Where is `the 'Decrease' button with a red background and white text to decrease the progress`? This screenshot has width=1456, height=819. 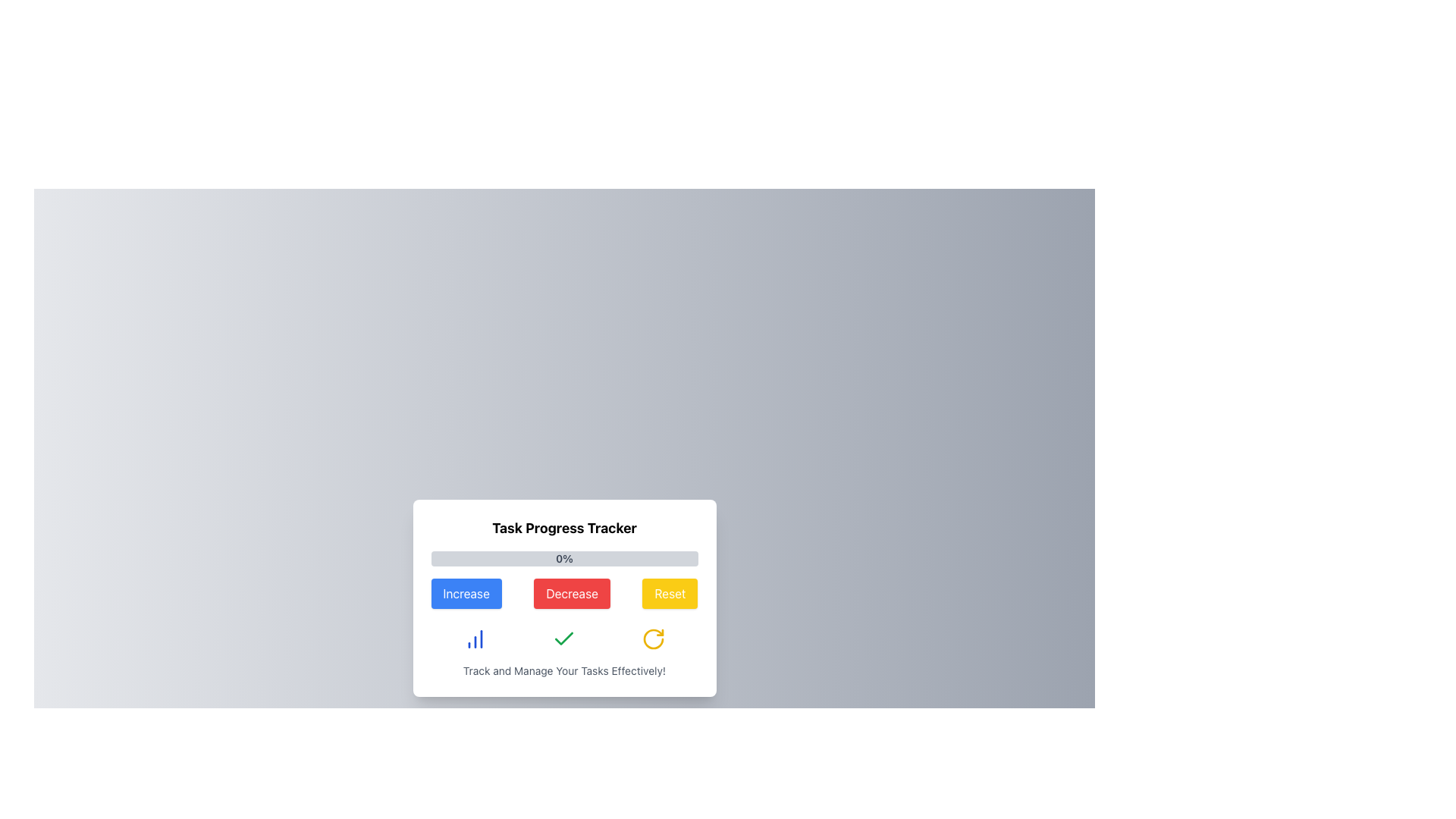 the 'Decrease' button with a red background and white text to decrease the progress is located at coordinates (563, 598).